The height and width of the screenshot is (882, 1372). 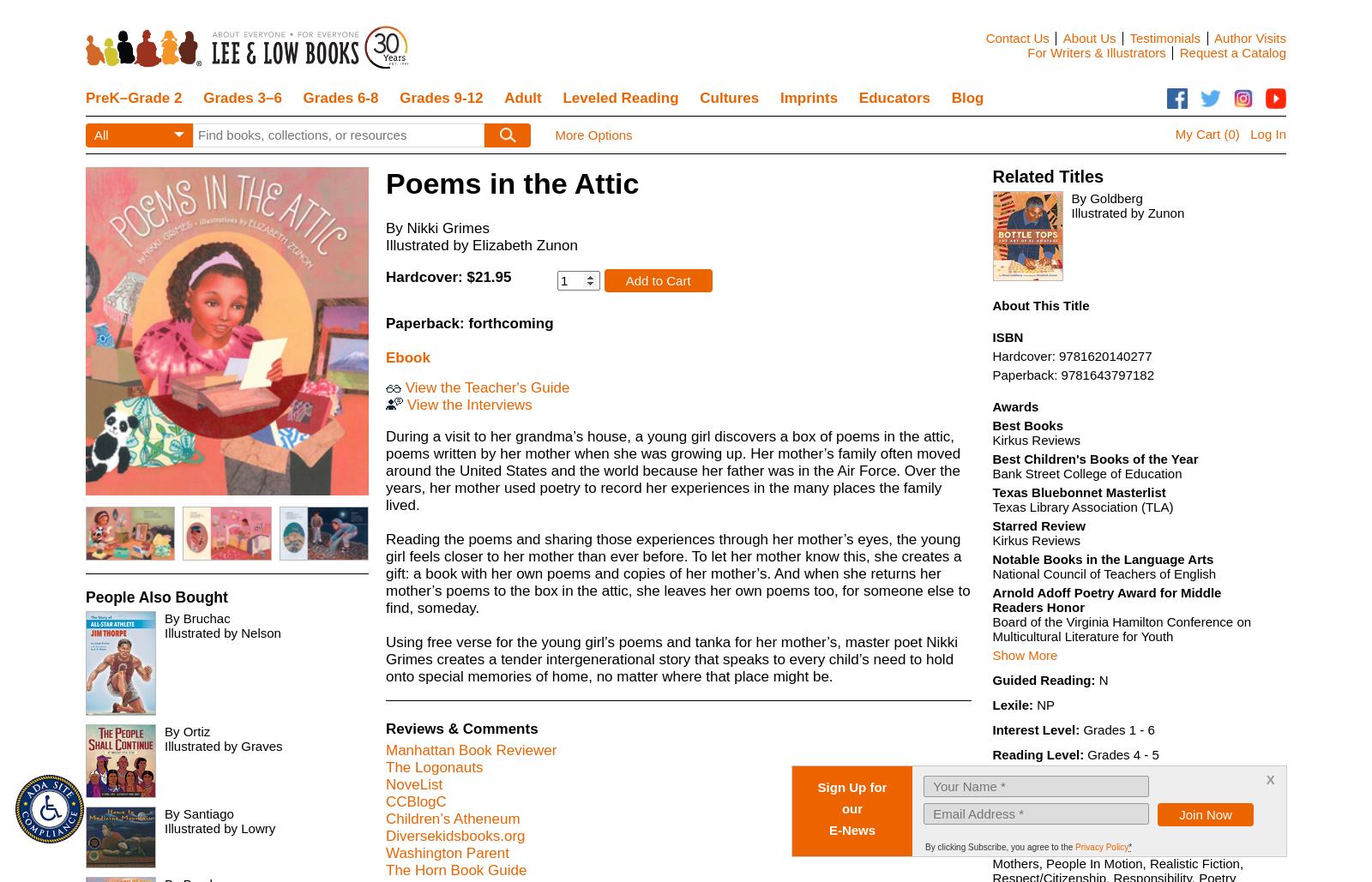 I want to click on 'By Ortiz', so click(x=187, y=730).